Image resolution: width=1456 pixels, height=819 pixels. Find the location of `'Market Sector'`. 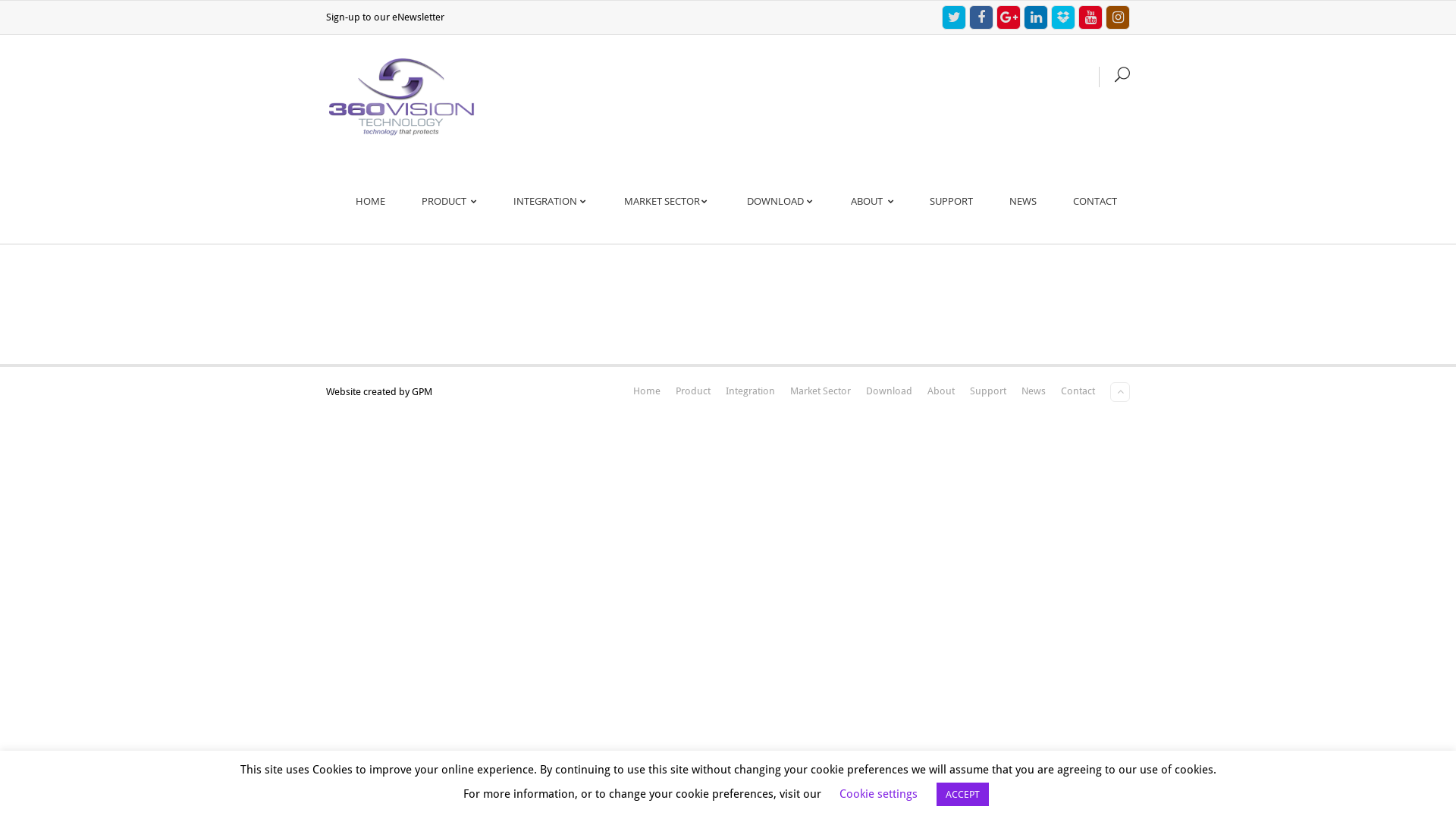

'Market Sector' is located at coordinates (819, 390).